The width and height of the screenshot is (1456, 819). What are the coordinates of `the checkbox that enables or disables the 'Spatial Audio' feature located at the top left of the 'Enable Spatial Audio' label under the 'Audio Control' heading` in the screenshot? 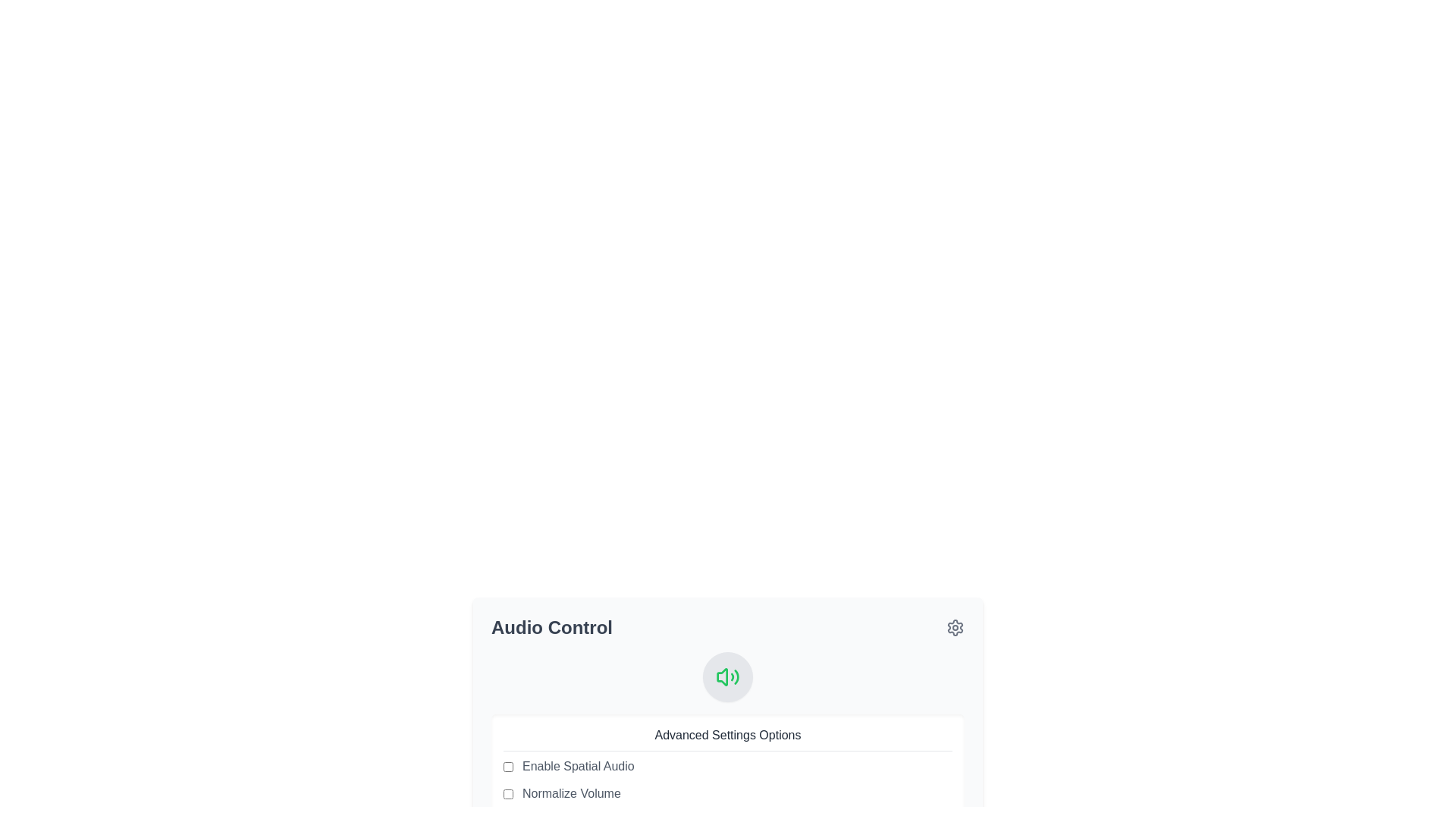 It's located at (508, 766).